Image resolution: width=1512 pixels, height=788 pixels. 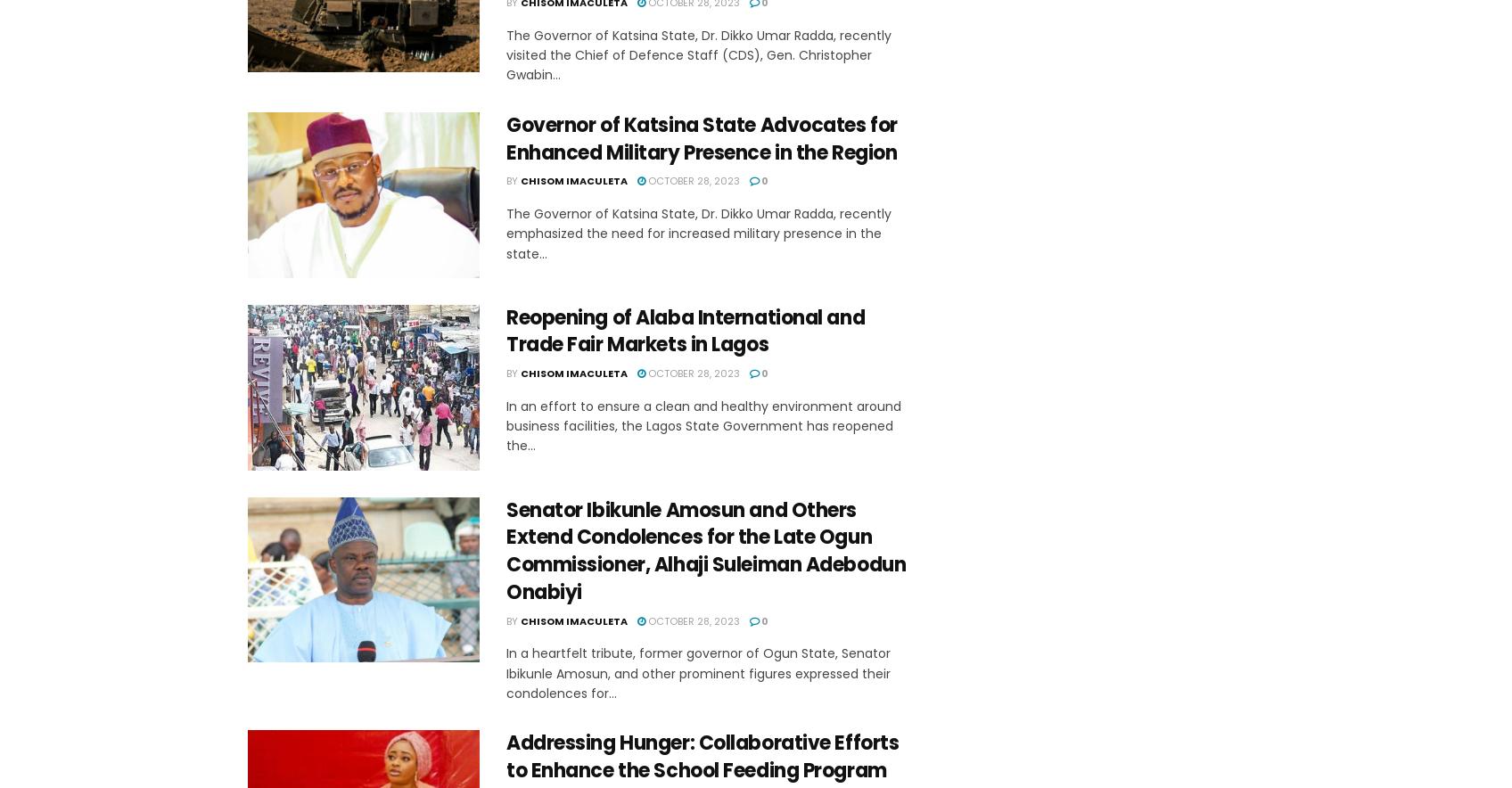 What do you see at coordinates (698, 53) in the screenshot?
I see `'The Governor of Katsina State, Dr. Dikko Umar Radda, recently visited the Chief of Defence Staff (CDS), Gen. Christopher Gwabin...'` at bounding box center [698, 53].